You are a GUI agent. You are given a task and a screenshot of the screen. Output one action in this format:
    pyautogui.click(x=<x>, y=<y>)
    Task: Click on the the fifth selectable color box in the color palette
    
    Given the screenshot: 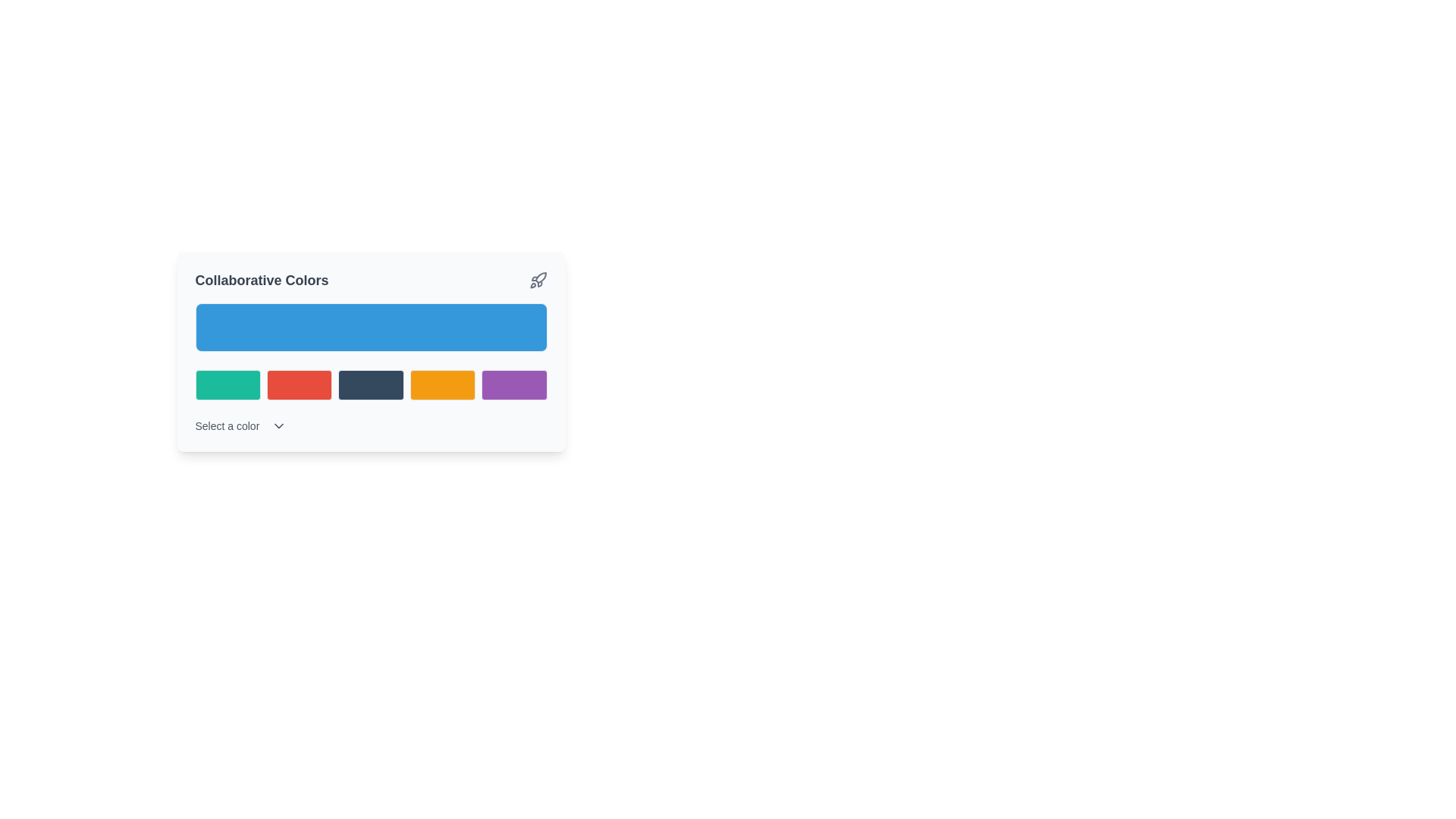 What is the action you would take?
    pyautogui.click(x=514, y=384)
    